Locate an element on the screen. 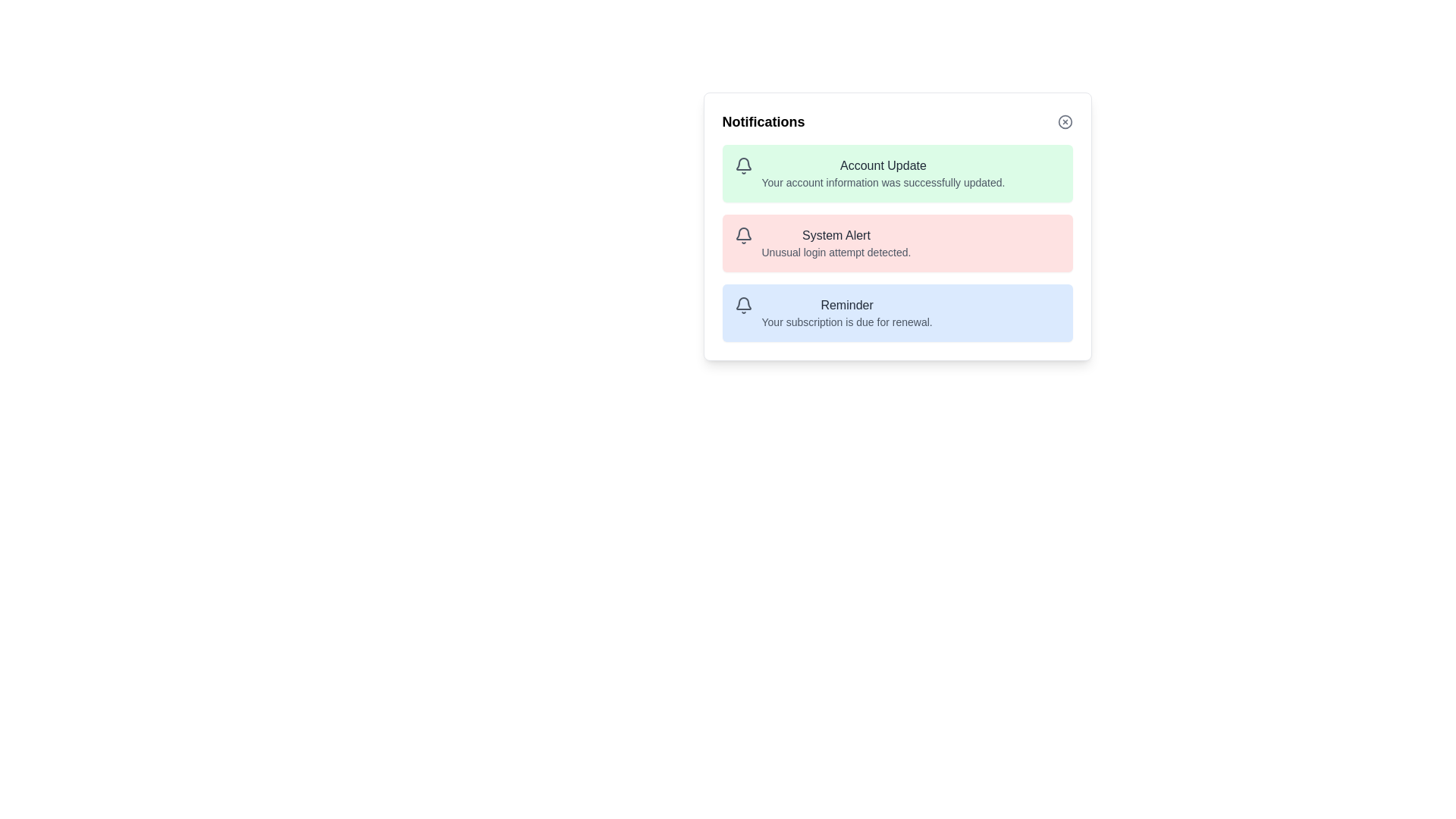  the 'Account Update' notification text block, which is the top notification in the list with a light green background is located at coordinates (883, 172).